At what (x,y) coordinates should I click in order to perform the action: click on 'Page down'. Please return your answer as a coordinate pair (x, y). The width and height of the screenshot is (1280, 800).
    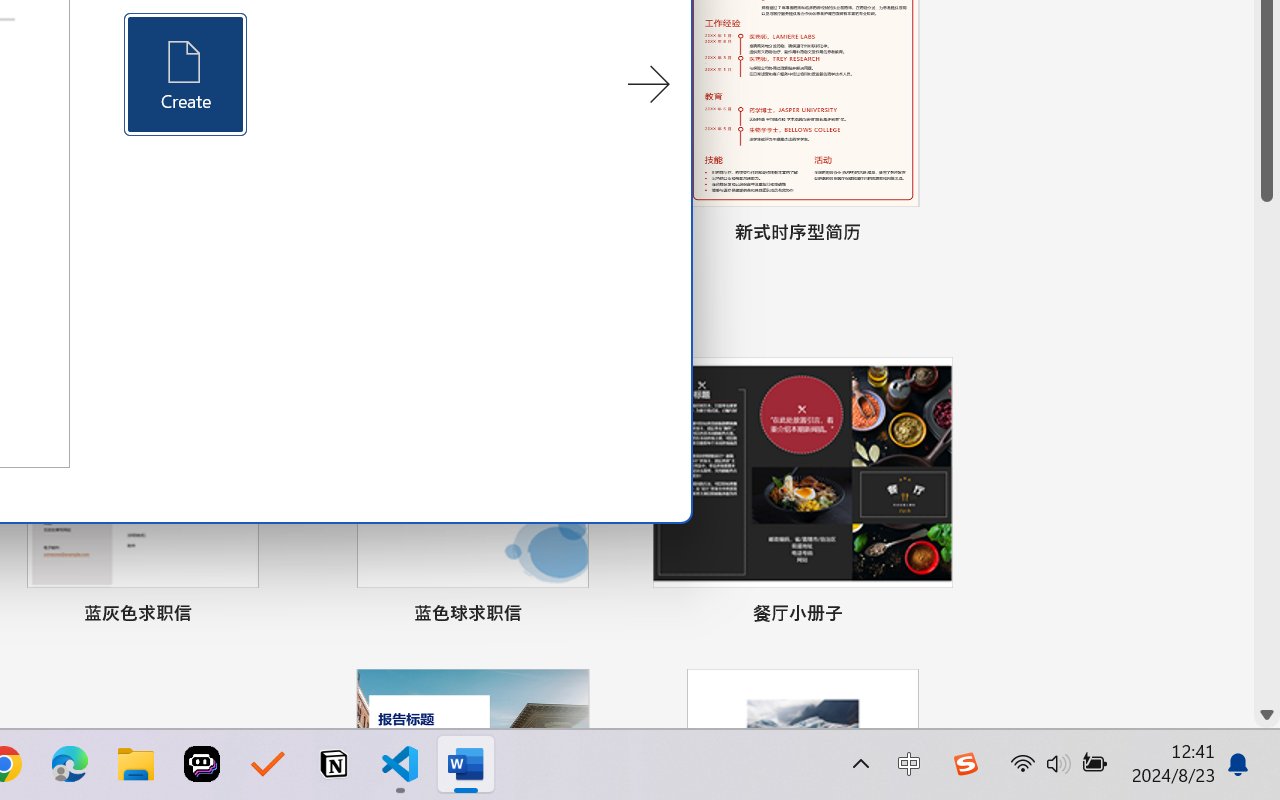
    Looking at the image, I should click on (1266, 450).